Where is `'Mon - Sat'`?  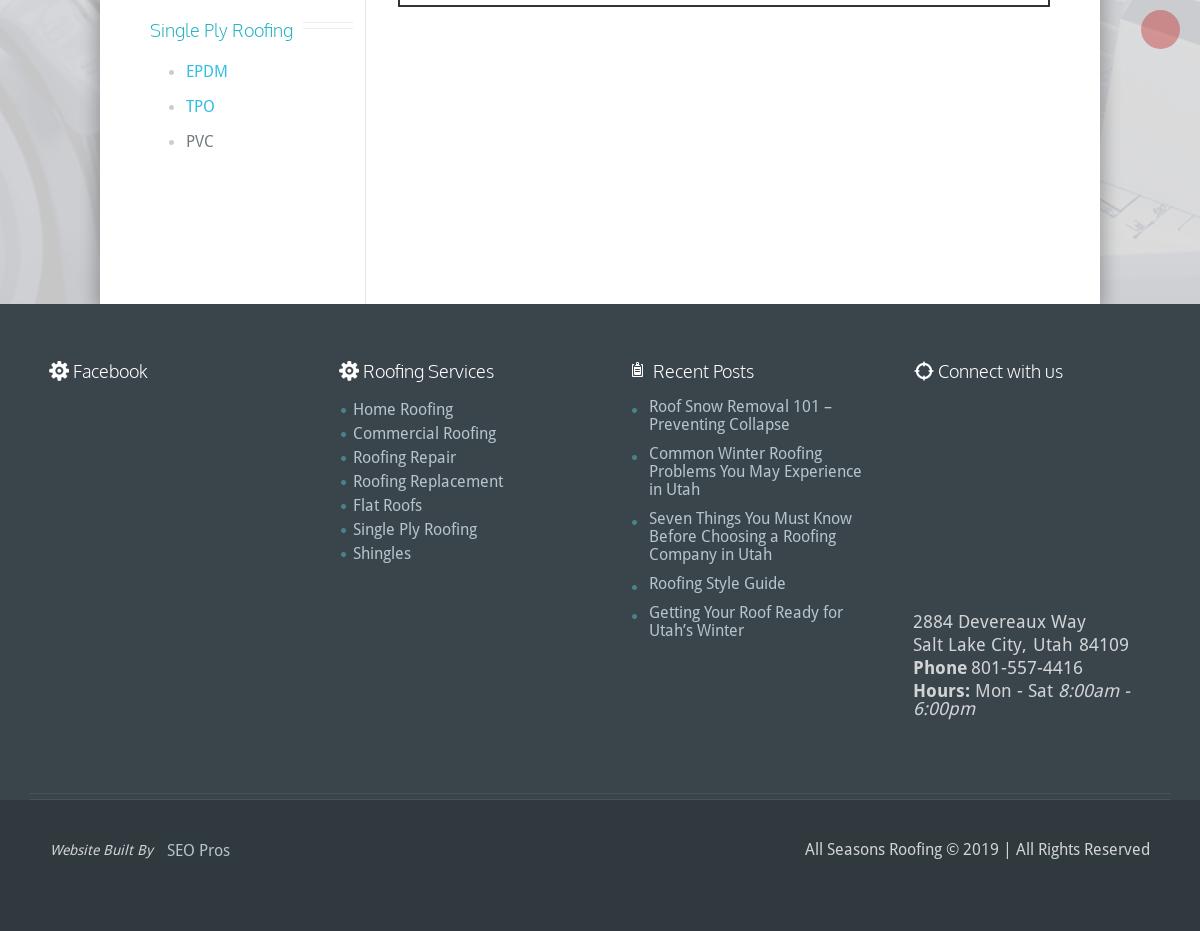 'Mon - Sat' is located at coordinates (1014, 689).